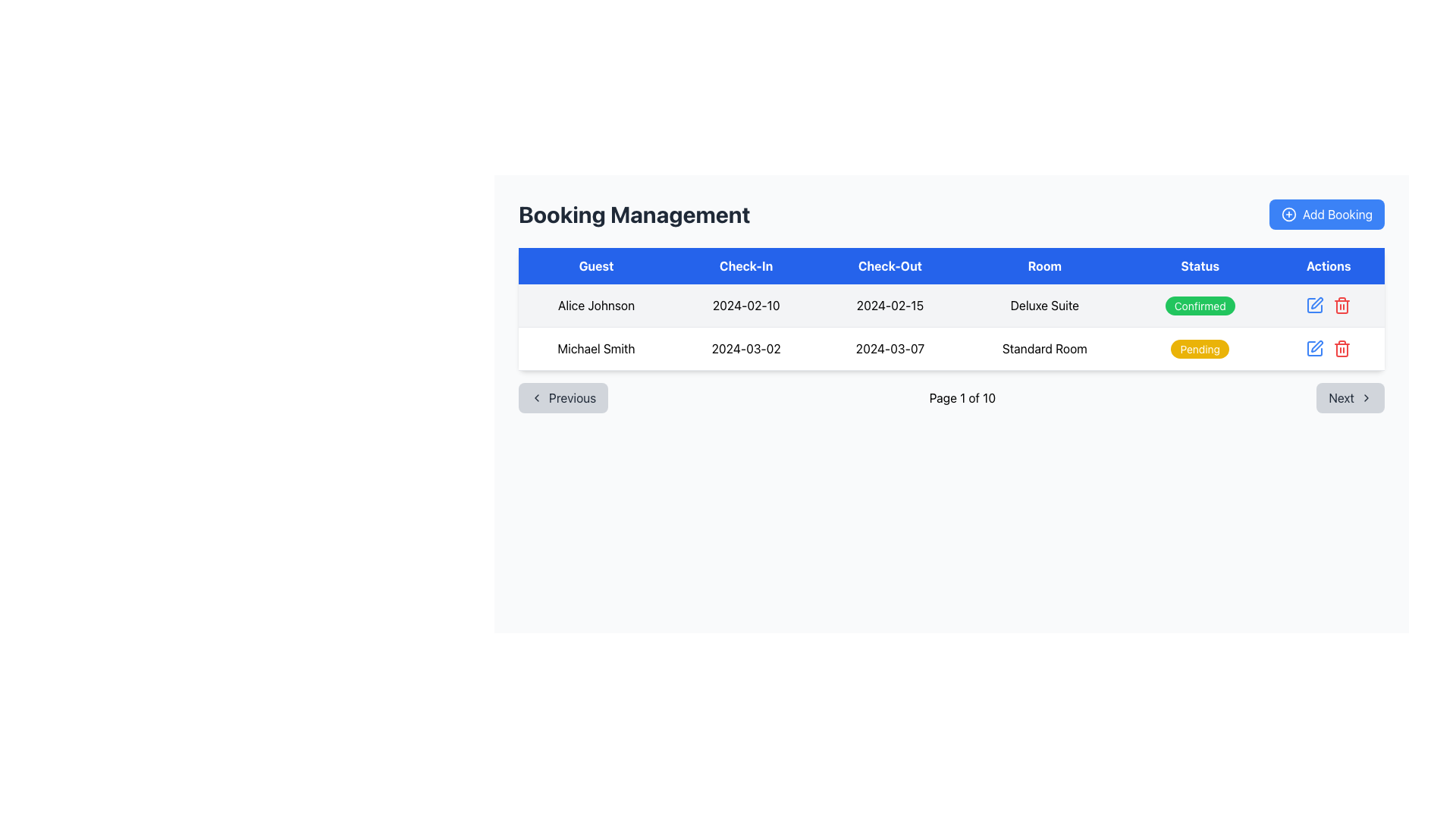  I want to click on the static text field displaying the check-in date for a booking entry, located under the 'Check-In' header in the table, adjacent to 'Alice Johnson' and '2024-02-15', so click(746, 306).